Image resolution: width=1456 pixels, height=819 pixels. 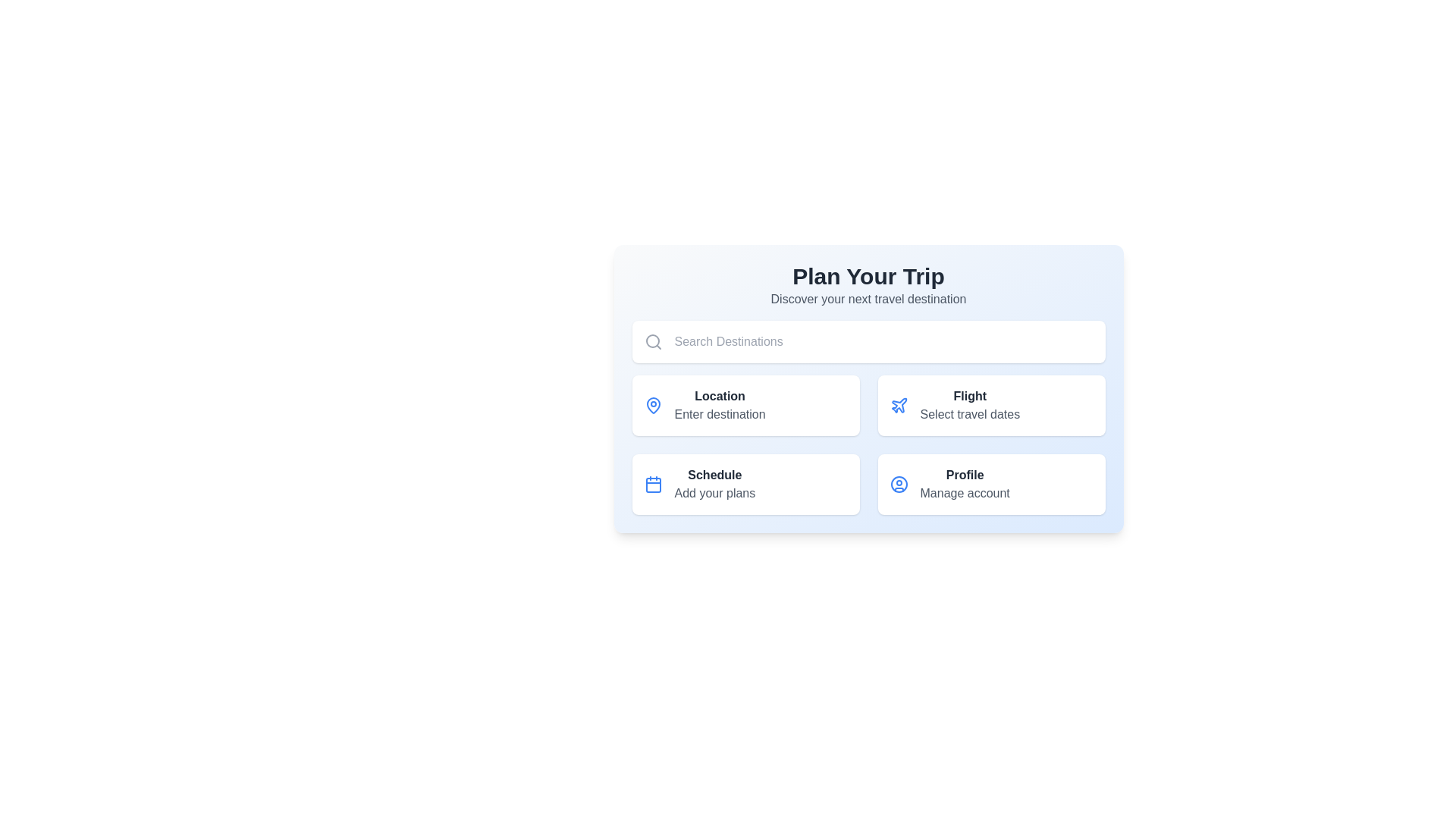 What do you see at coordinates (653, 405) in the screenshot?
I see `the lower half of the pin icon representing the 'Location' feature in the top-left quadrant of the interface` at bounding box center [653, 405].